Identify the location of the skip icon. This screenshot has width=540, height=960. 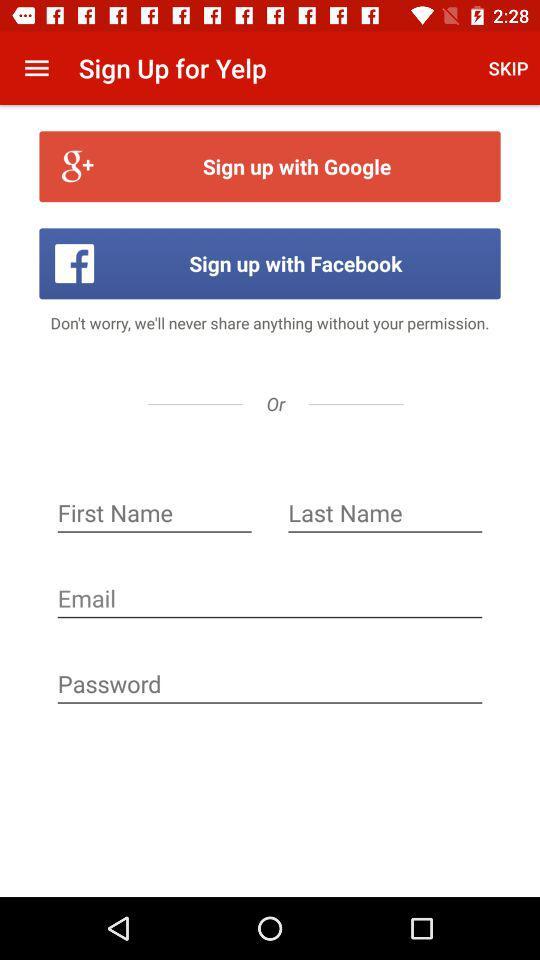
(508, 68).